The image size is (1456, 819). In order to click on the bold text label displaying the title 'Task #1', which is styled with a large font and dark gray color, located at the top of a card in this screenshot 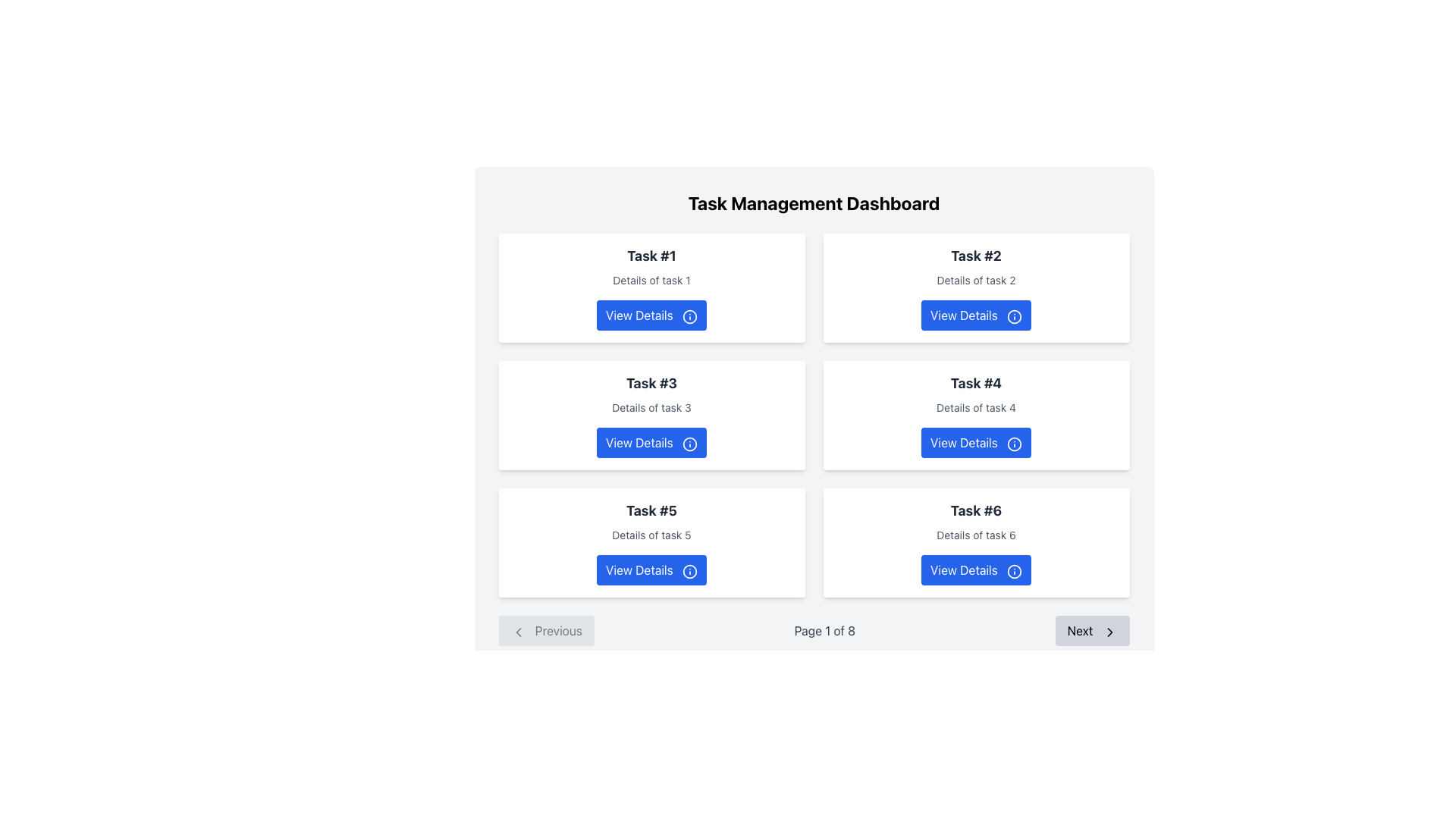, I will do `click(651, 256)`.